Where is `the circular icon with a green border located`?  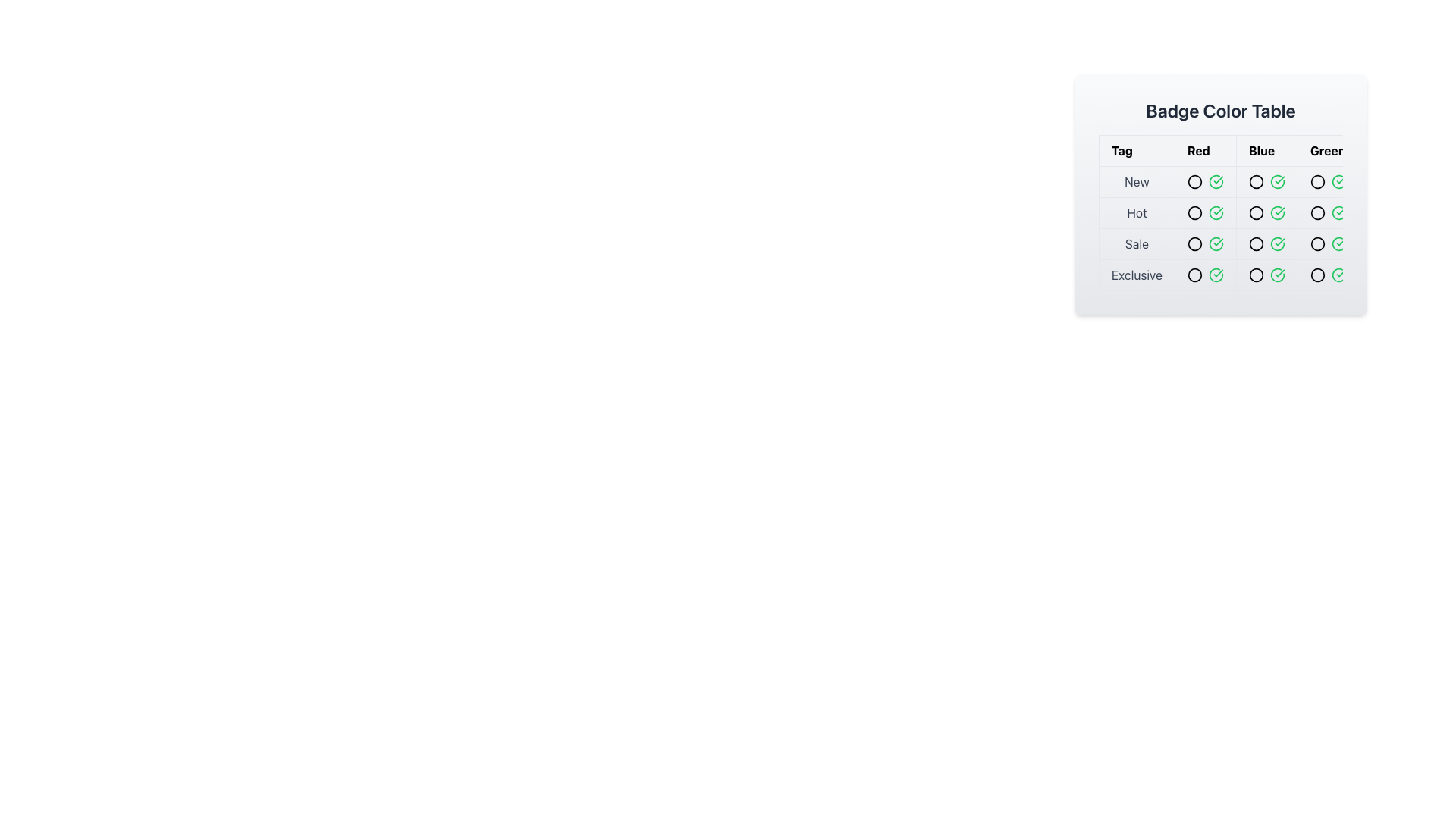
the circular icon with a green border located is located at coordinates (1316, 275).